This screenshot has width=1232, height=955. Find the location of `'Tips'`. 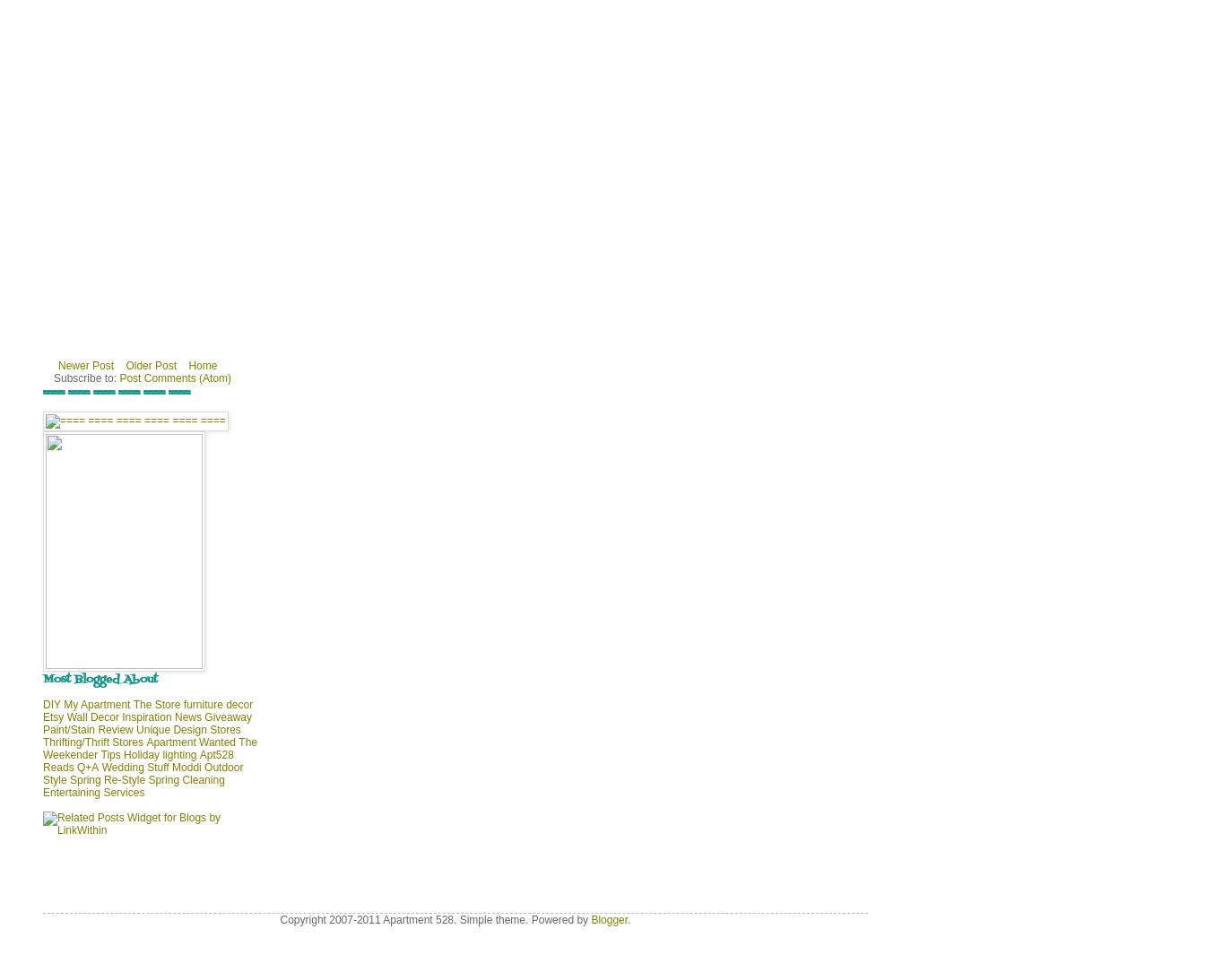

'Tips' is located at coordinates (108, 754).